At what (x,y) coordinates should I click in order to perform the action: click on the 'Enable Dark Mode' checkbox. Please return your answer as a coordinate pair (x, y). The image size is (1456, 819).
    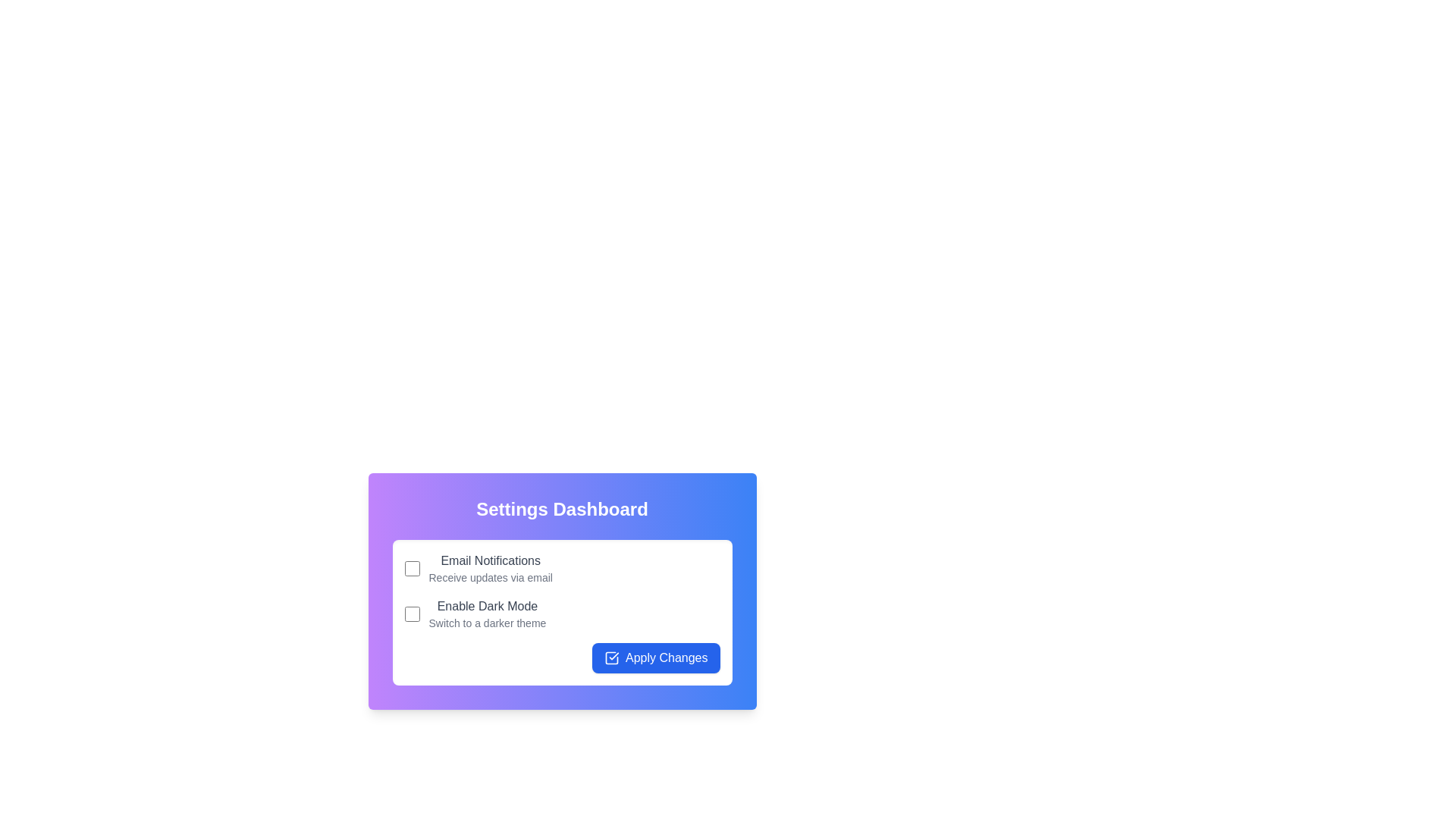
    Looking at the image, I should click on (412, 614).